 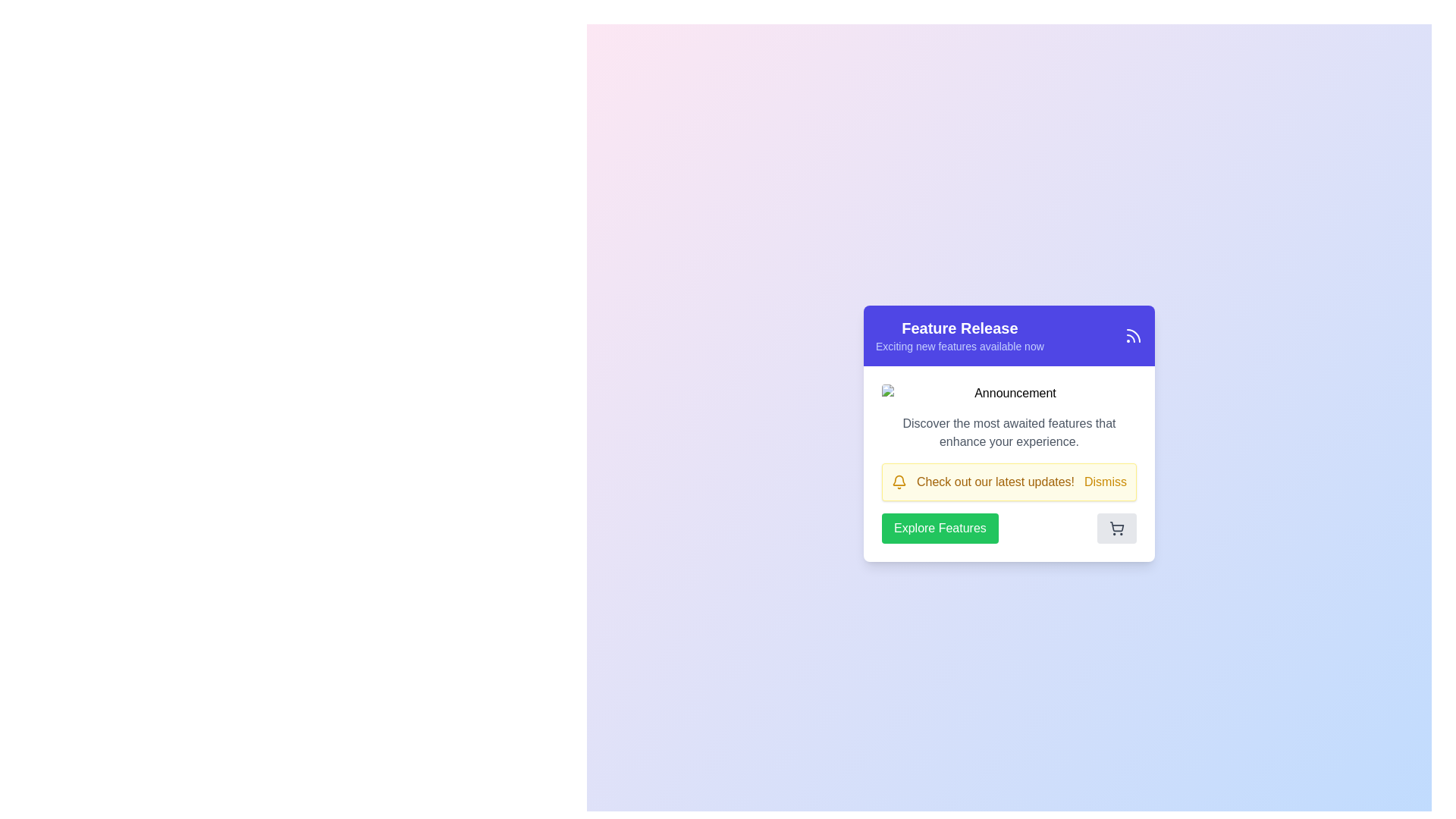 I want to click on the yellow bell icon representing notifications, which is positioned on the left side of the notification bar before the text content, so click(x=899, y=482).